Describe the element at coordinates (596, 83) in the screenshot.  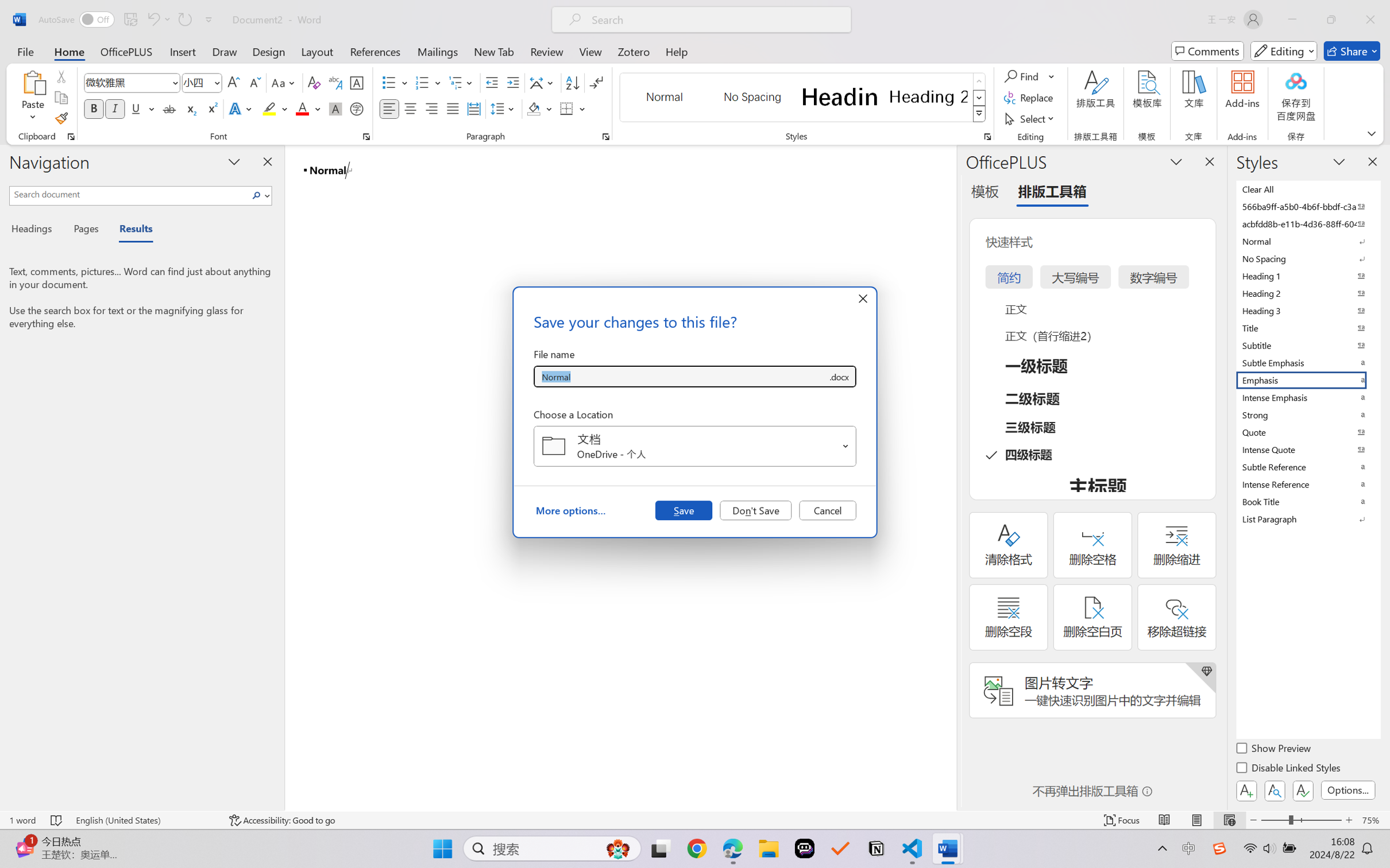
I see `'Show/Hide Editing Marks'` at that location.